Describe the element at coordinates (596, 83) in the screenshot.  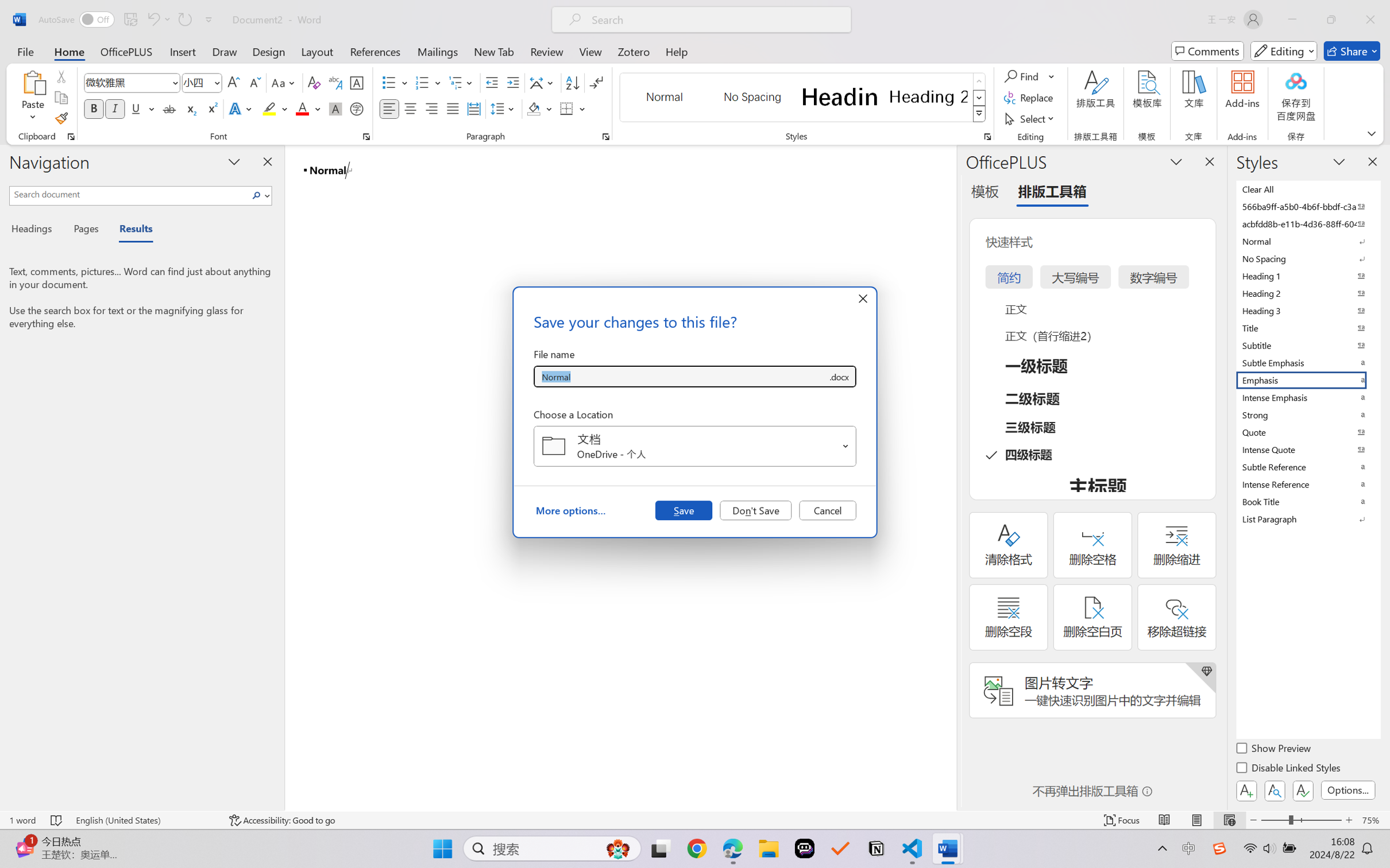
I see `'Show/Hide Editing Marks'` at that location.